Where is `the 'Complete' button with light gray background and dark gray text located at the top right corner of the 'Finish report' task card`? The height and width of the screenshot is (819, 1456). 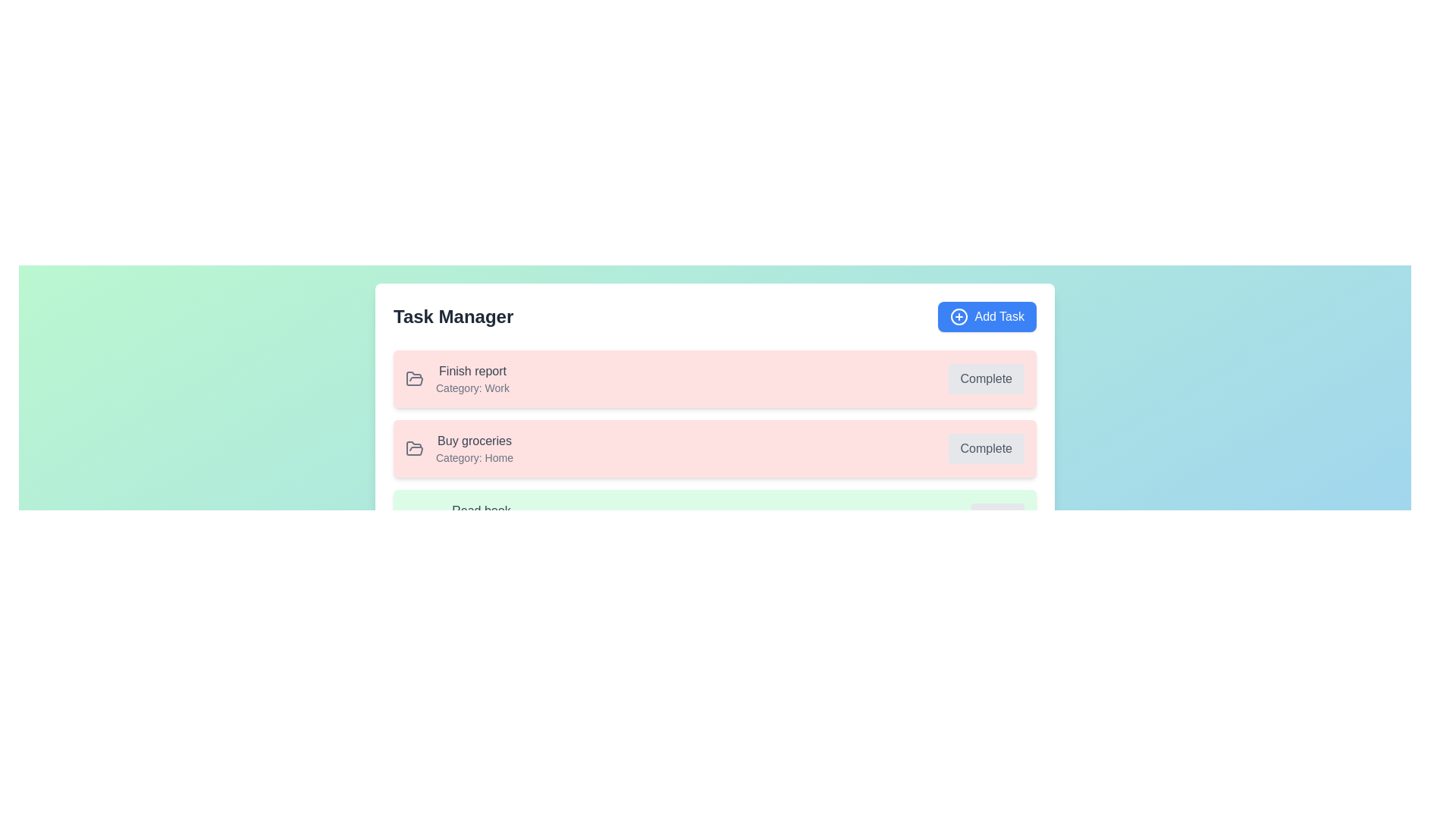 the 'Complete' button with light gray background and dark gray text located at the top right corner of the 'Finish report' task card is located at coordinates (986, 378).